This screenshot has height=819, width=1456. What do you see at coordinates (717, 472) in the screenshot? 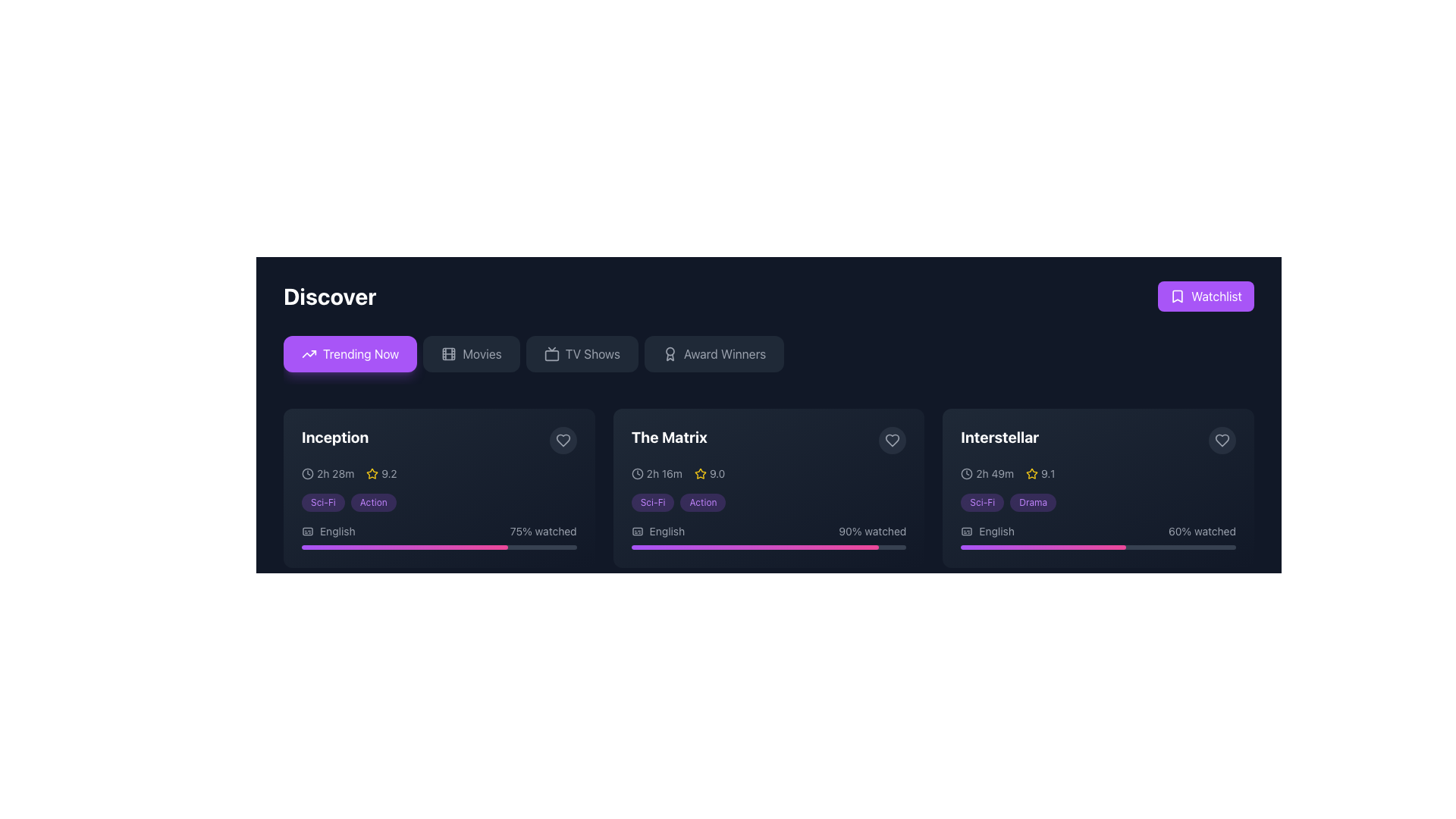
I see `the static text label displaying the number '9.0' located to the right of the yellow star icon in 'The Matrix' card` at bounding box center [717, 472].